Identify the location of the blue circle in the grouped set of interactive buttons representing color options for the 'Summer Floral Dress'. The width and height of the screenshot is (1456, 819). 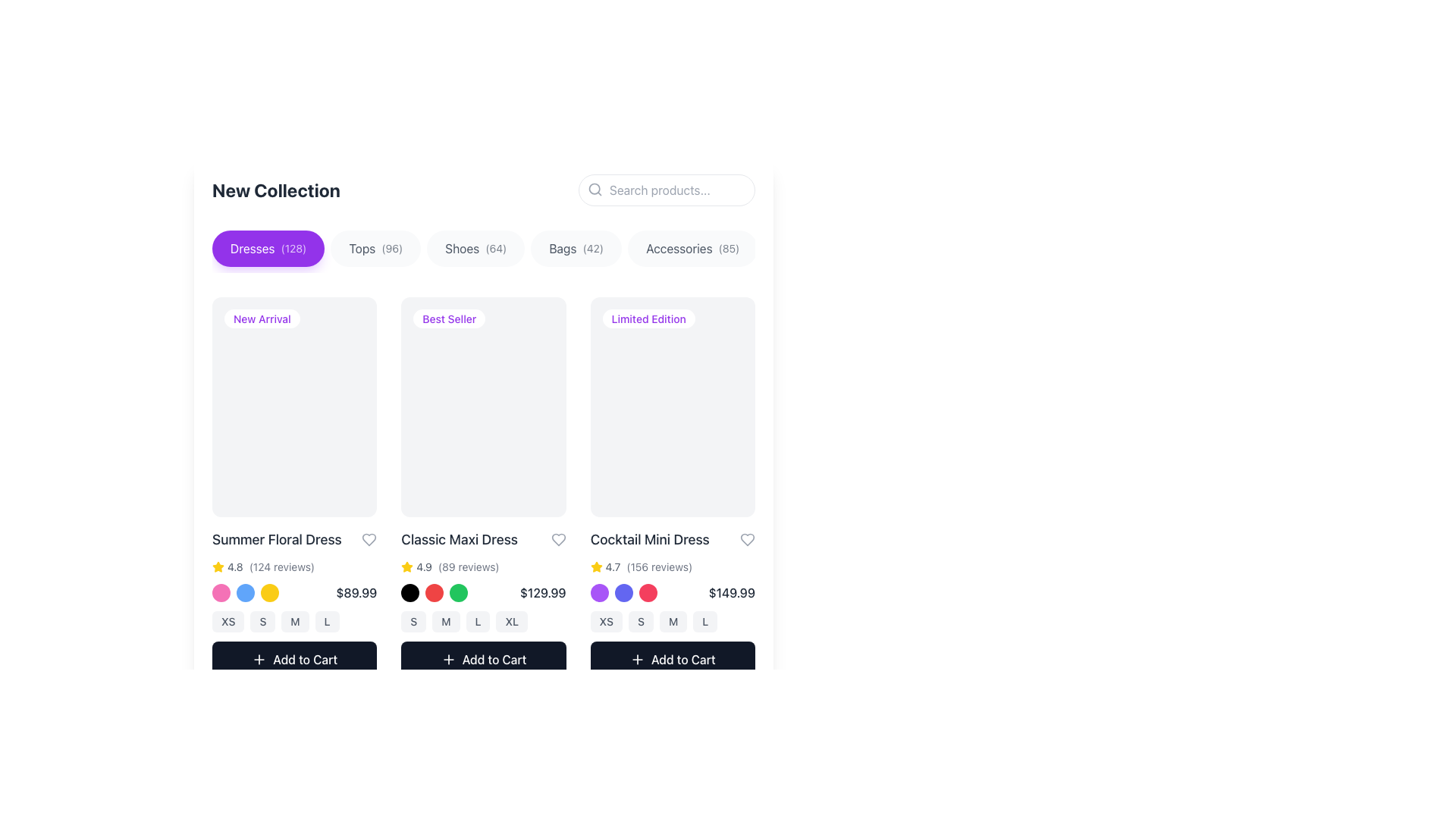
(246, 591).